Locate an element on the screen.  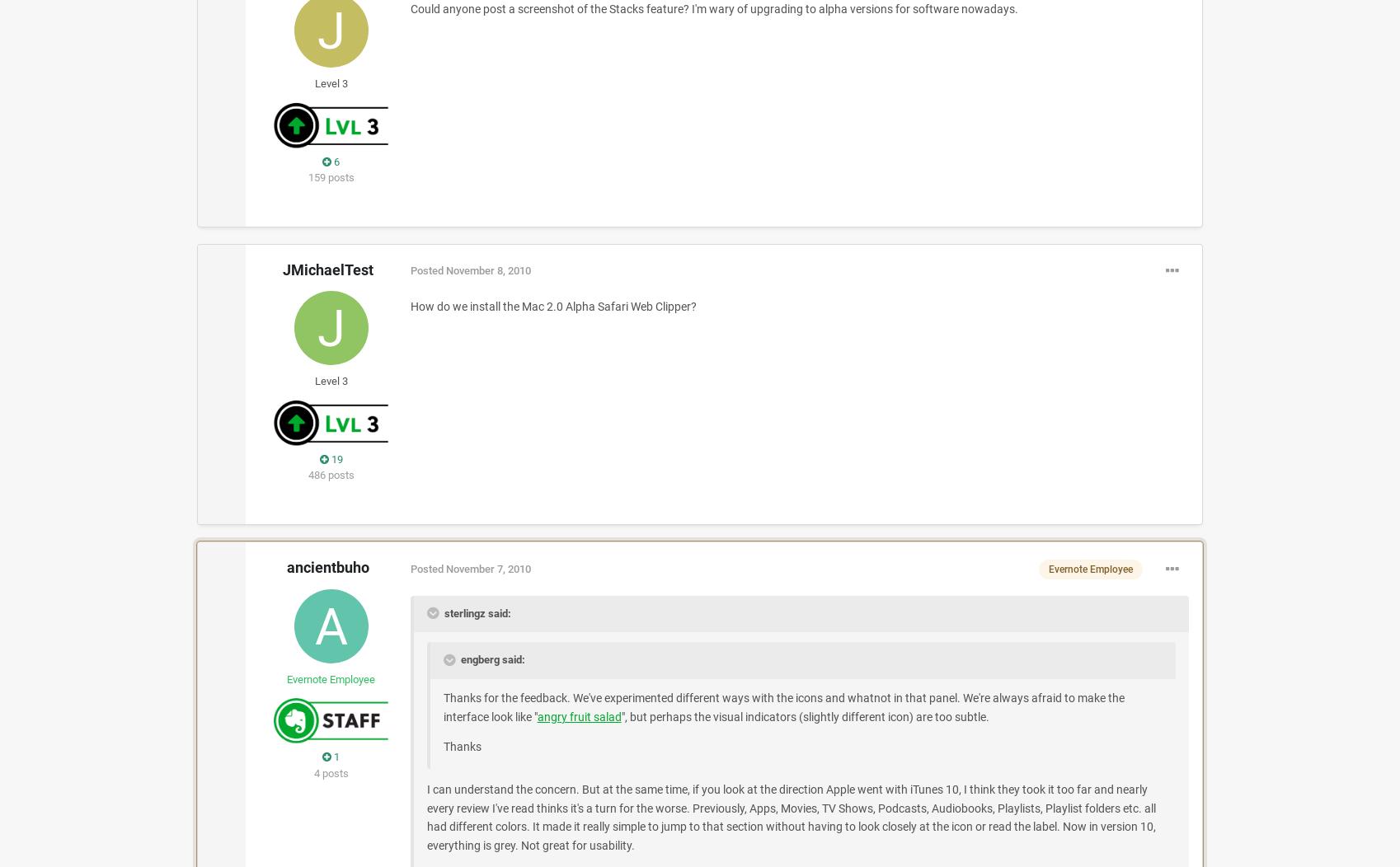
'November 8, 2010' is located at coordinates (487, 269).